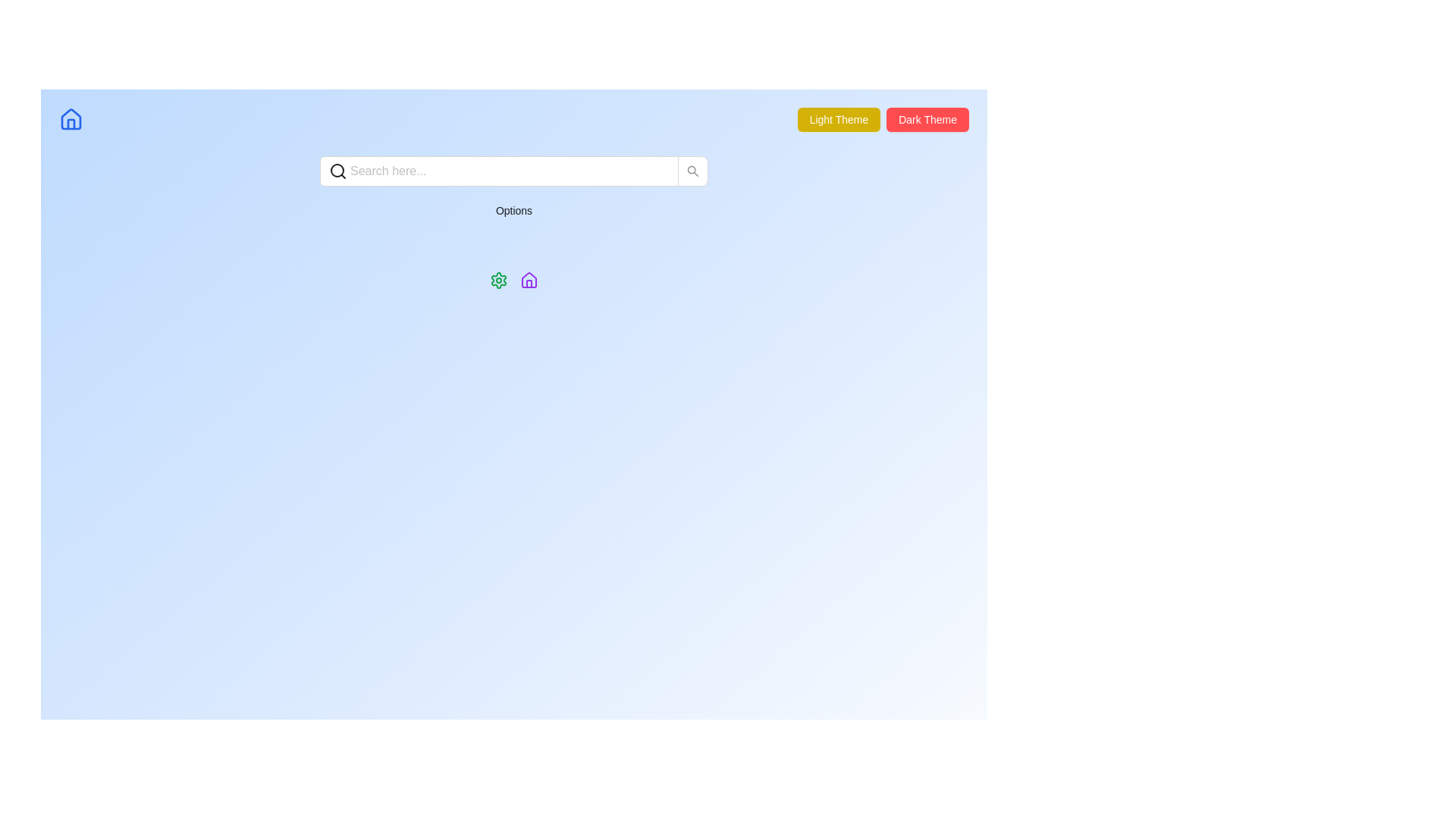 Image resolution: width=1456 pixels, height=819 pixels. I want to click on the home icon located to the right of the green gear icon in the 'Options' group, which serves as a navigation shortcut, so click(529, 280).